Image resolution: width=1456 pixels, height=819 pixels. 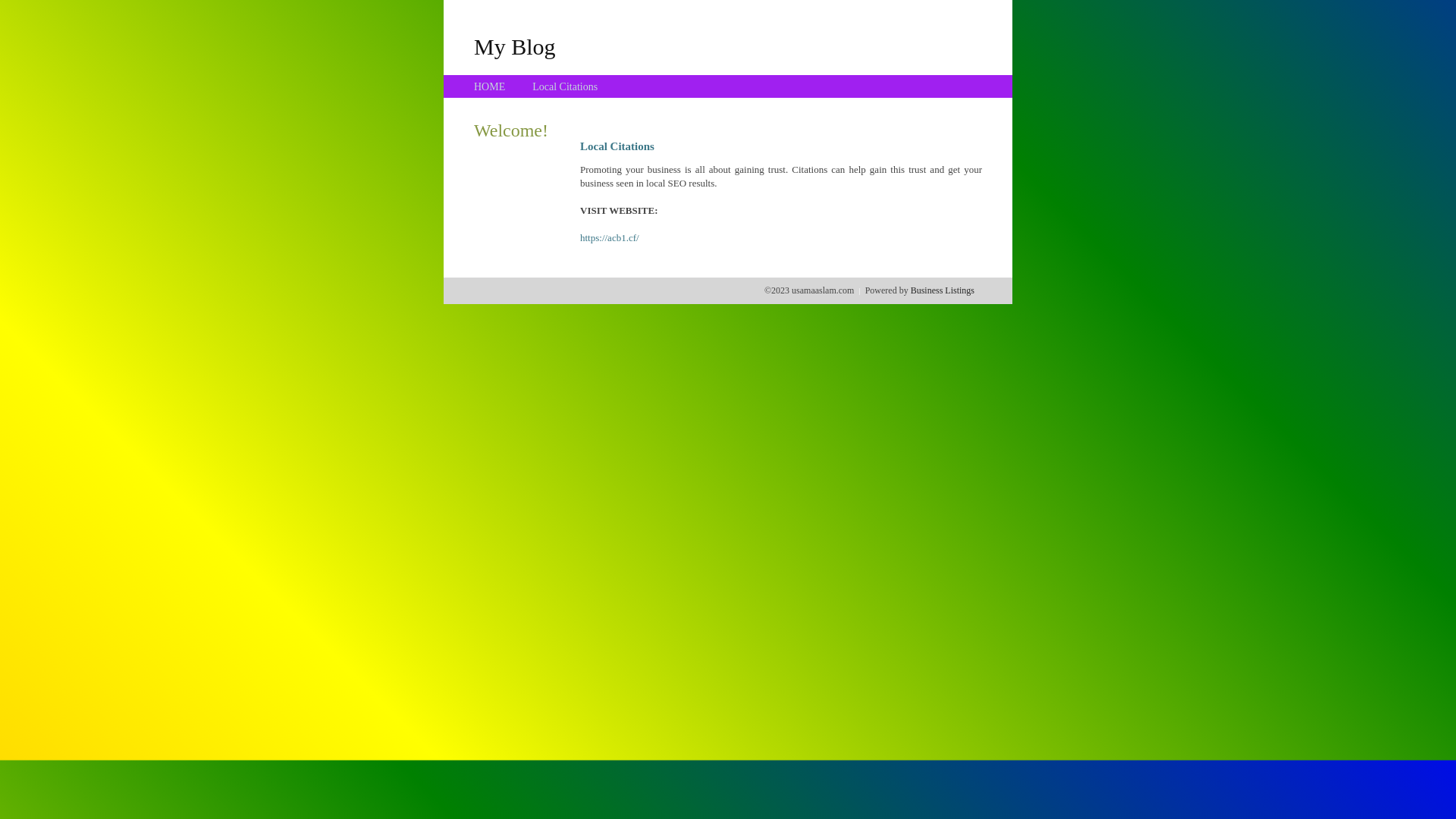 I want to click on 'HOME', so click(x=489, y=86).